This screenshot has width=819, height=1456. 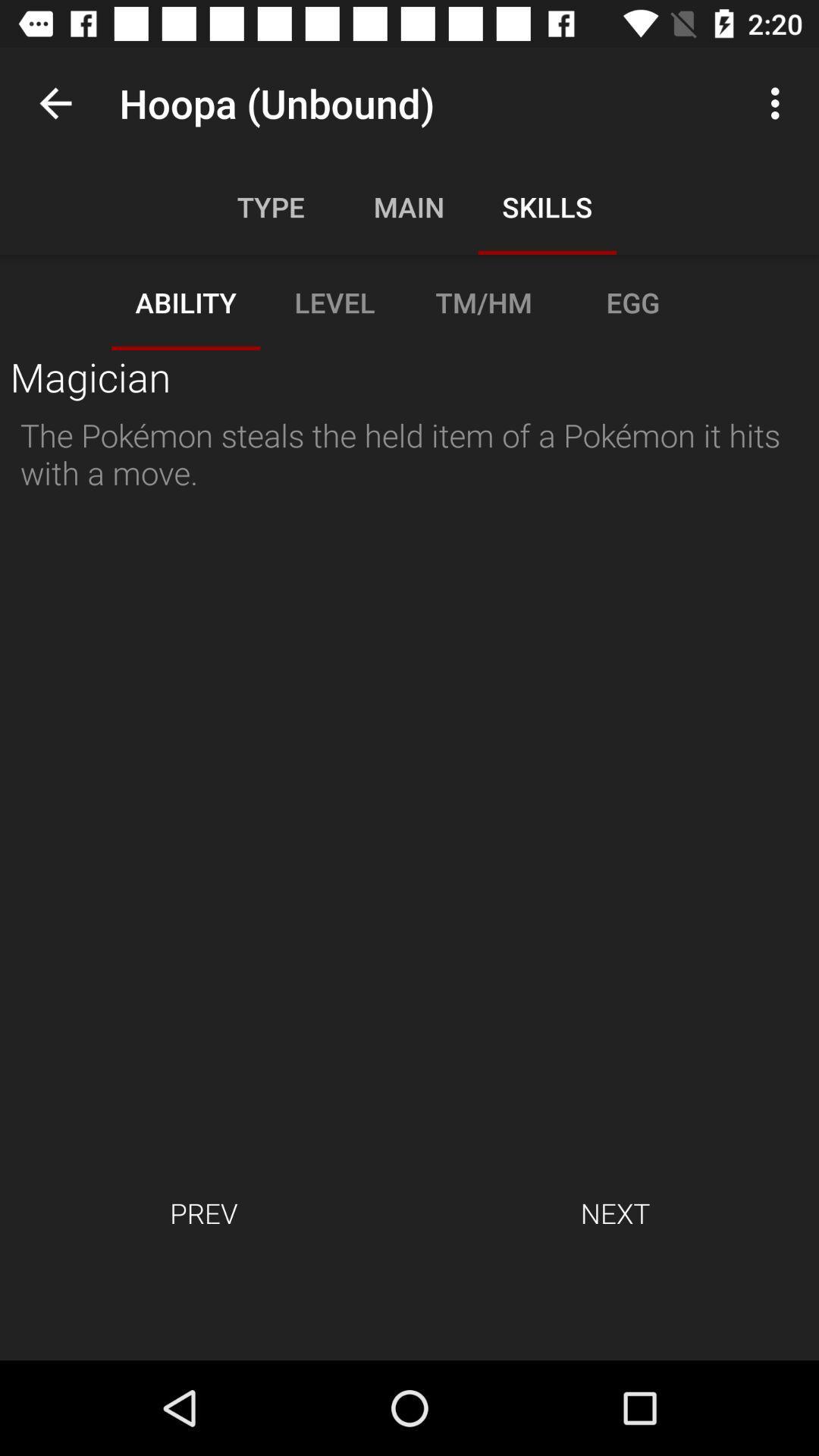 I want to click on the item above magician icon, so click(x=55, y=102).